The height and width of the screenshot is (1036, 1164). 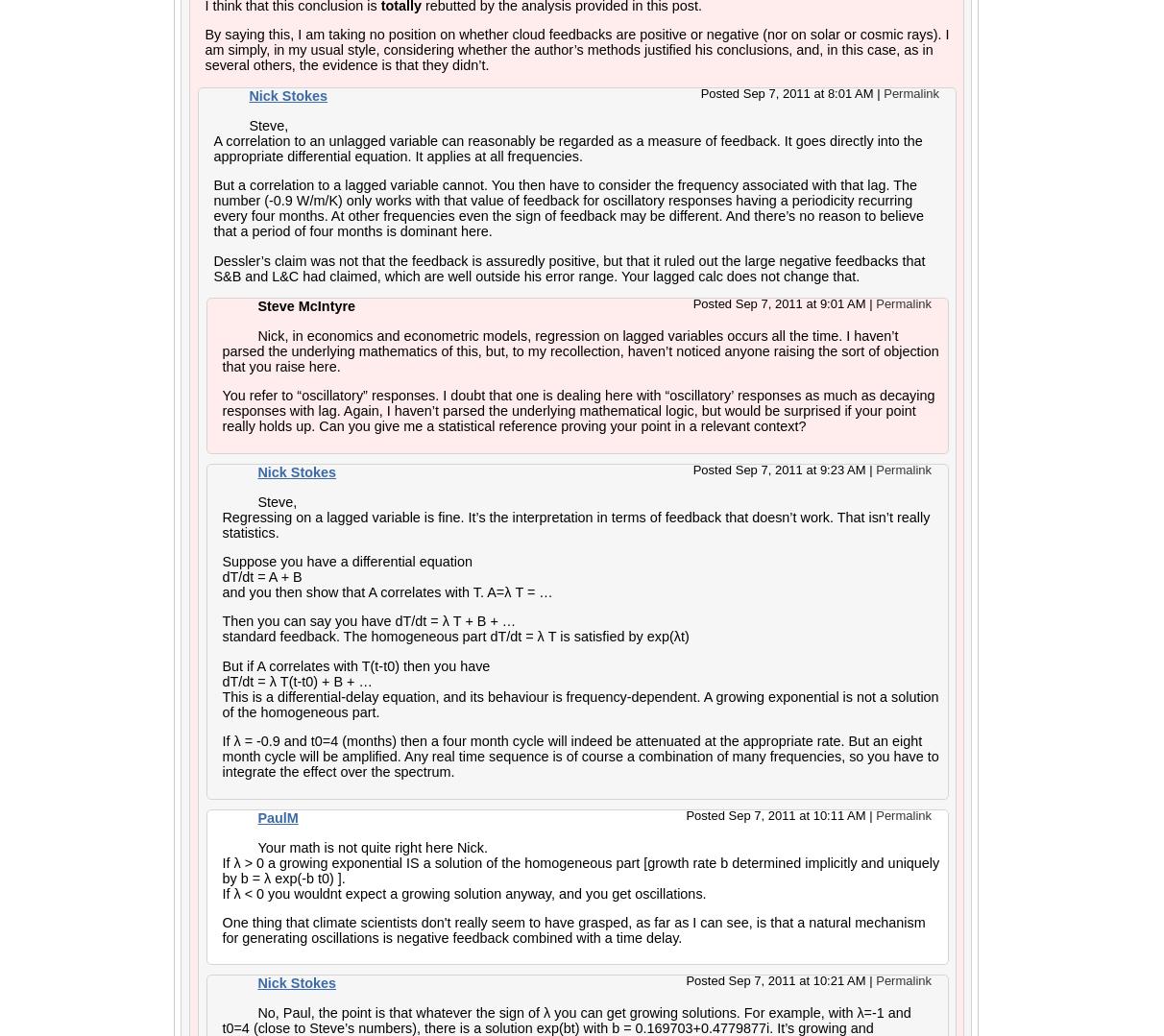 I want to click on 'This is a differential-delay equation, and its behaviour is frequency-dependent. A growing exponential is not a solution of the homogeneous part.', so click(x=579, y=702).